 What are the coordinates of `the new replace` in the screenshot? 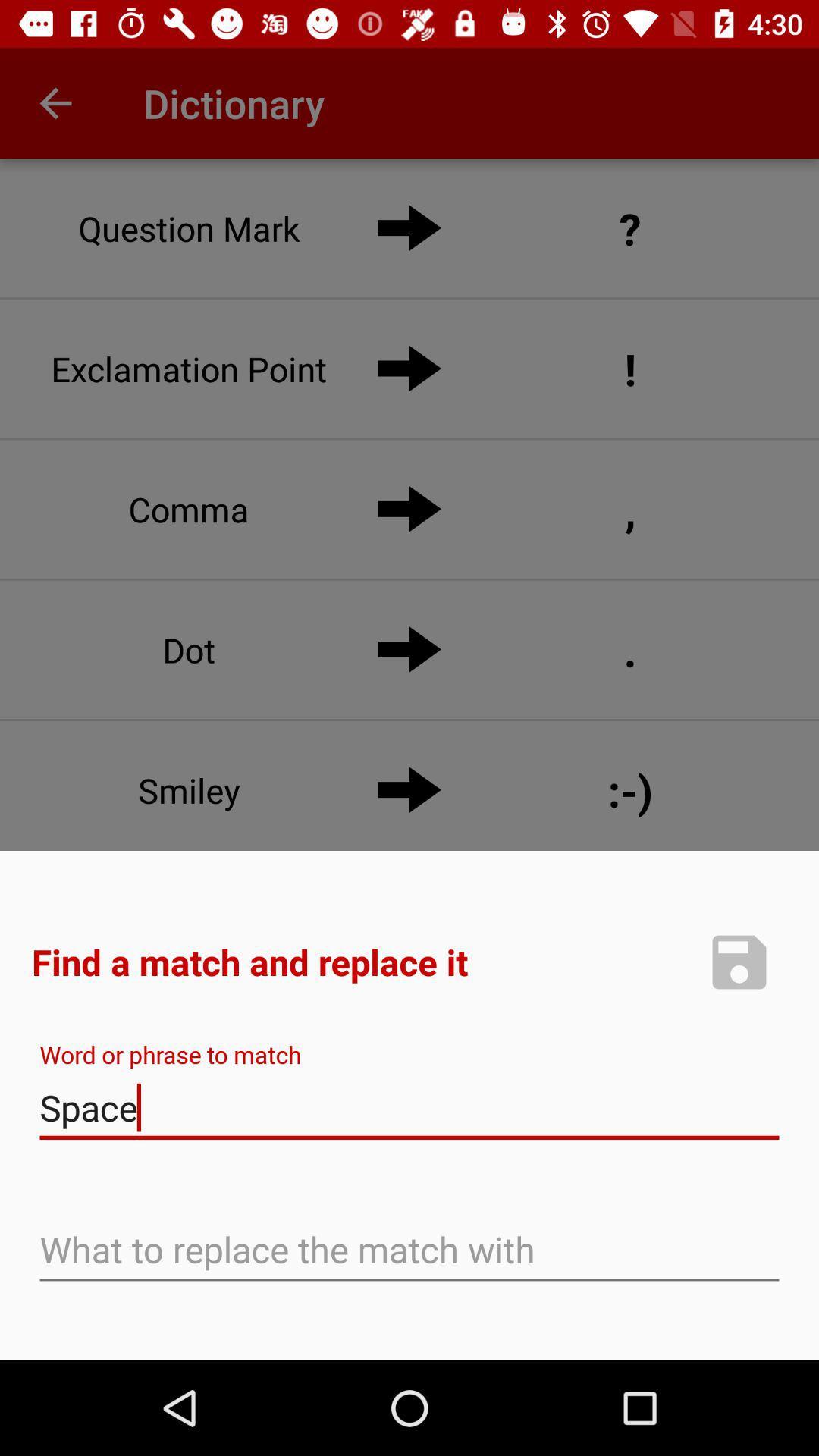 It's located at (739, 961).